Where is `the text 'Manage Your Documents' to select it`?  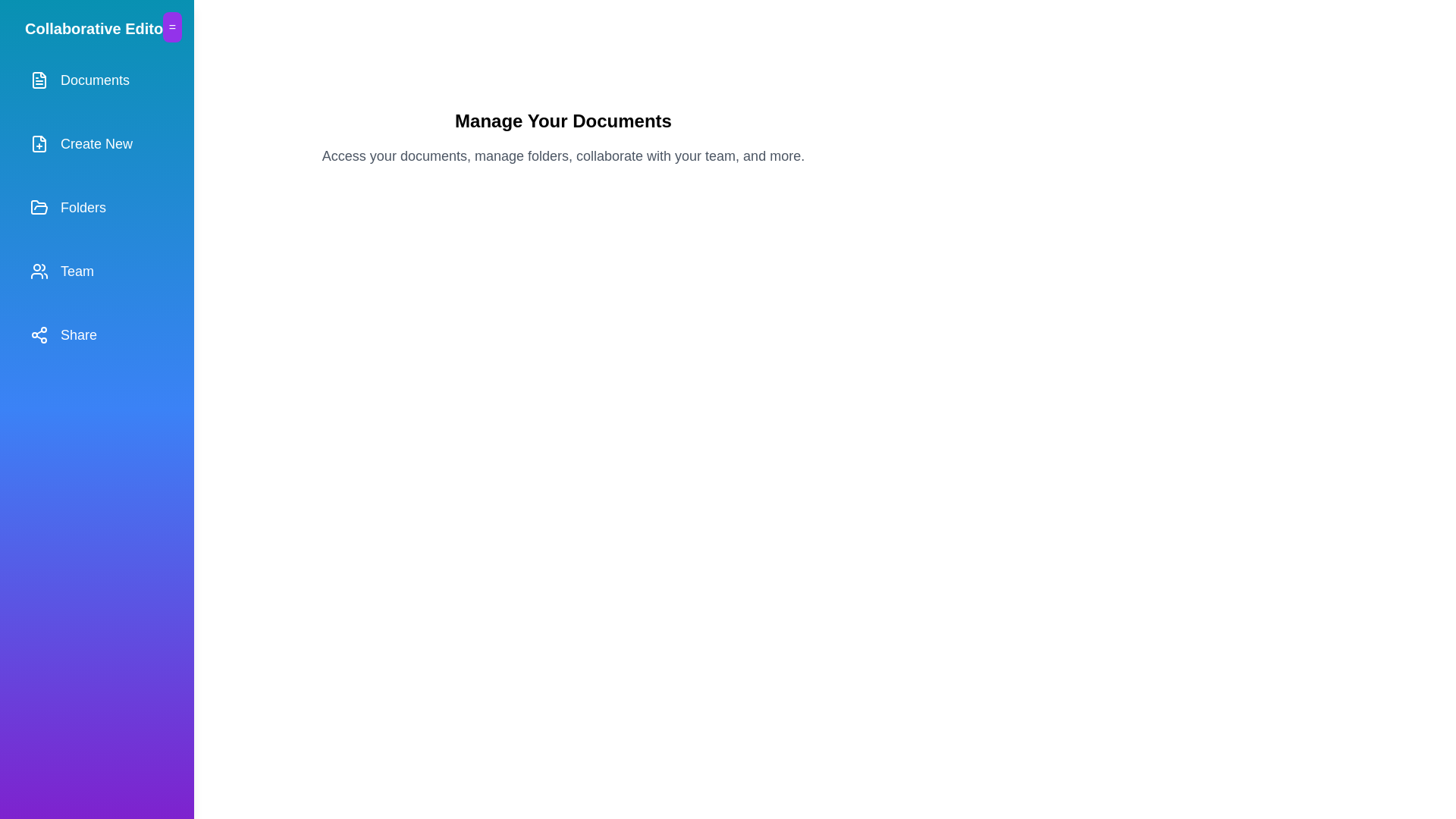 the text 'Manage Your Documents' to select it is located at coordinates (563, 120).